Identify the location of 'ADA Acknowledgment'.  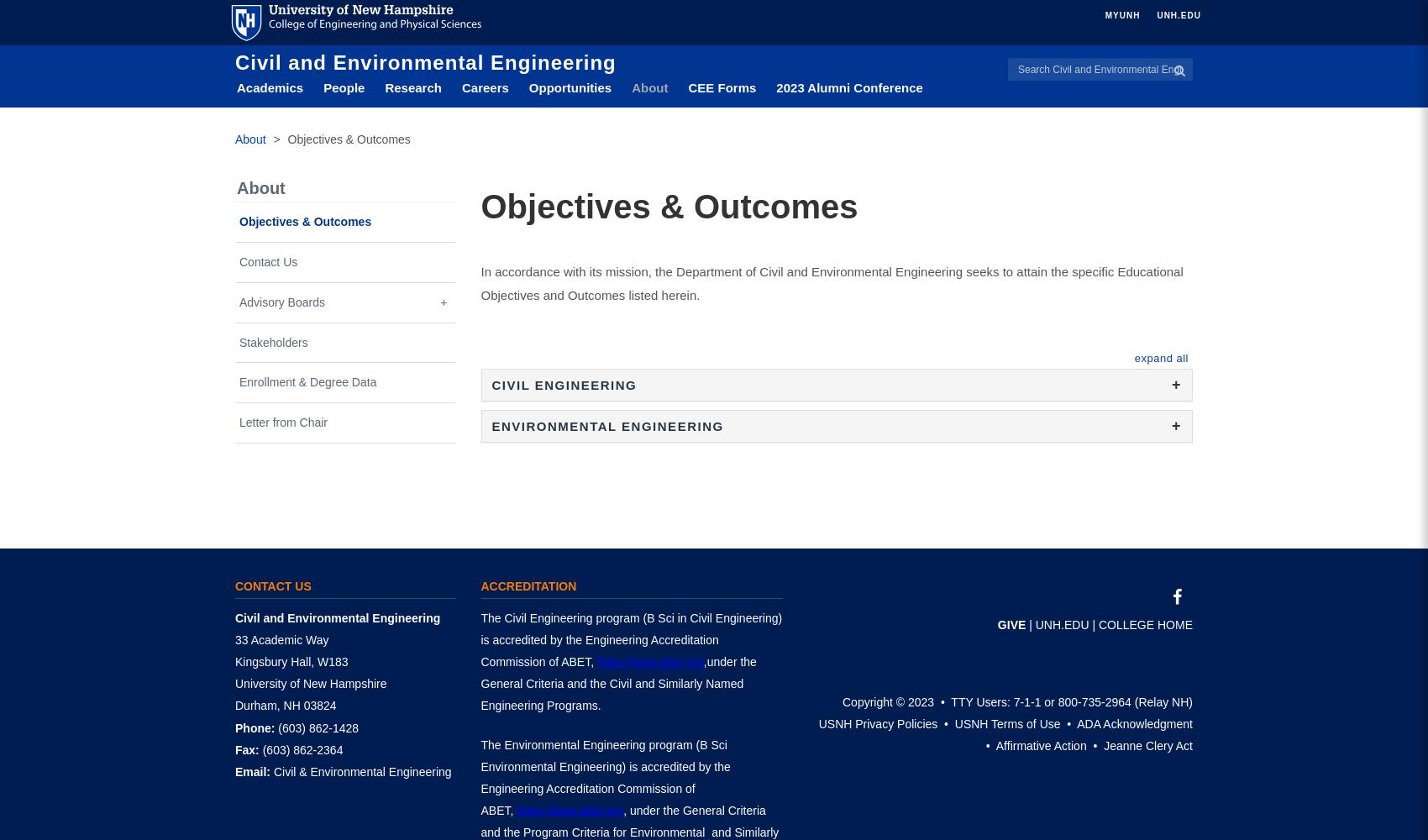
(1134, 723).